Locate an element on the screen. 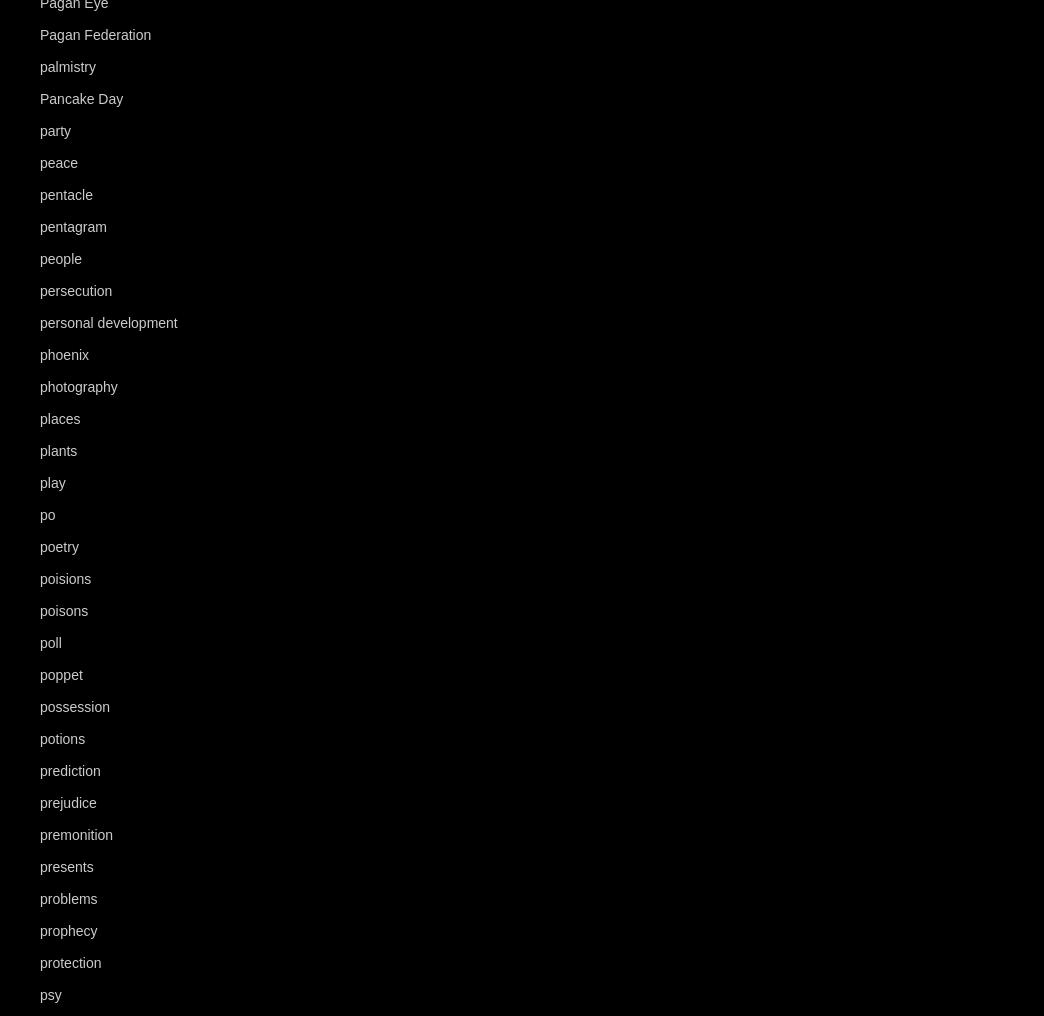  '(29)' is located at coordinates (113, 929).